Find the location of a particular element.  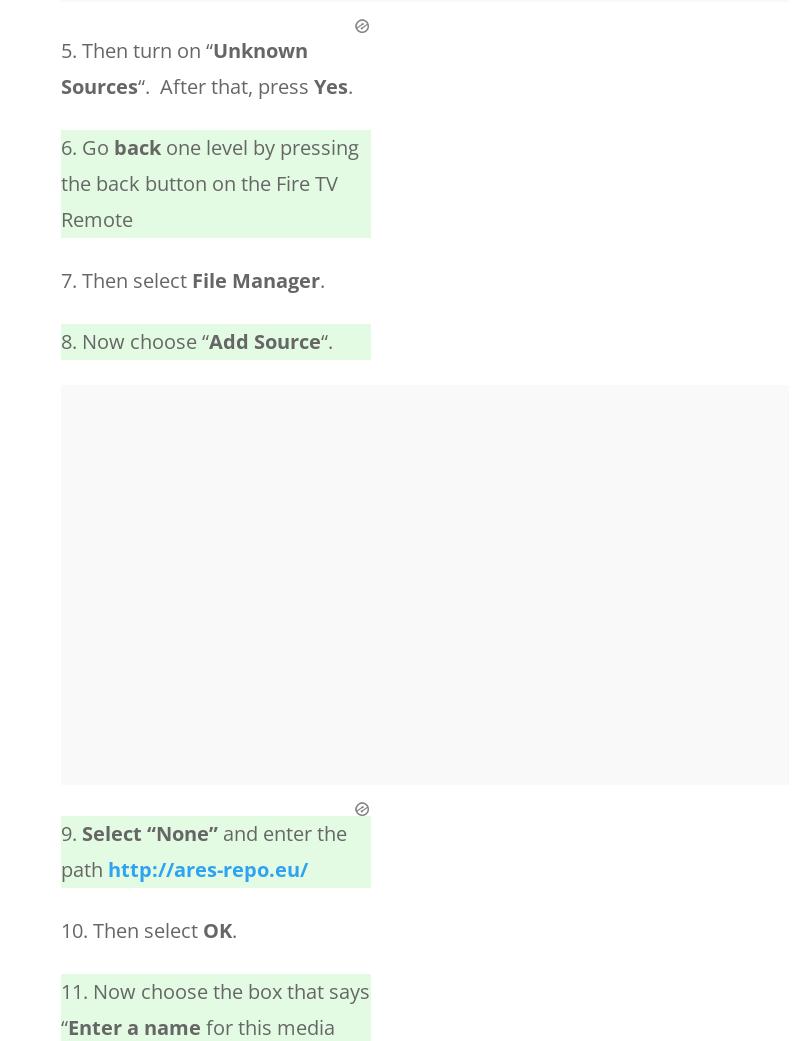

'“.  After that, press' is located at coordinates (225, 85).